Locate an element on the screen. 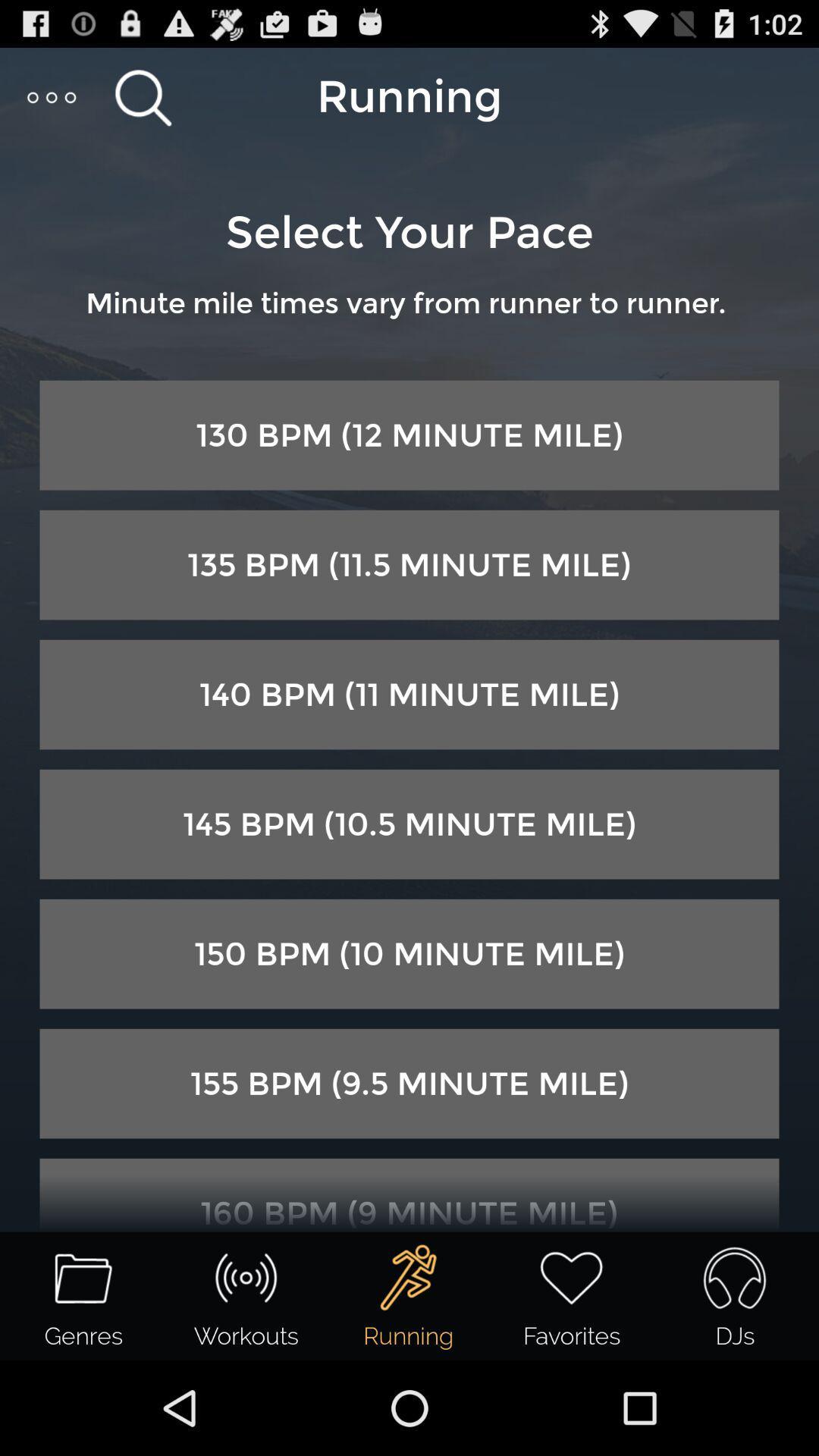 The height and width of the screenshot is (1456, 819). open search is located at coordinates (143, 96).